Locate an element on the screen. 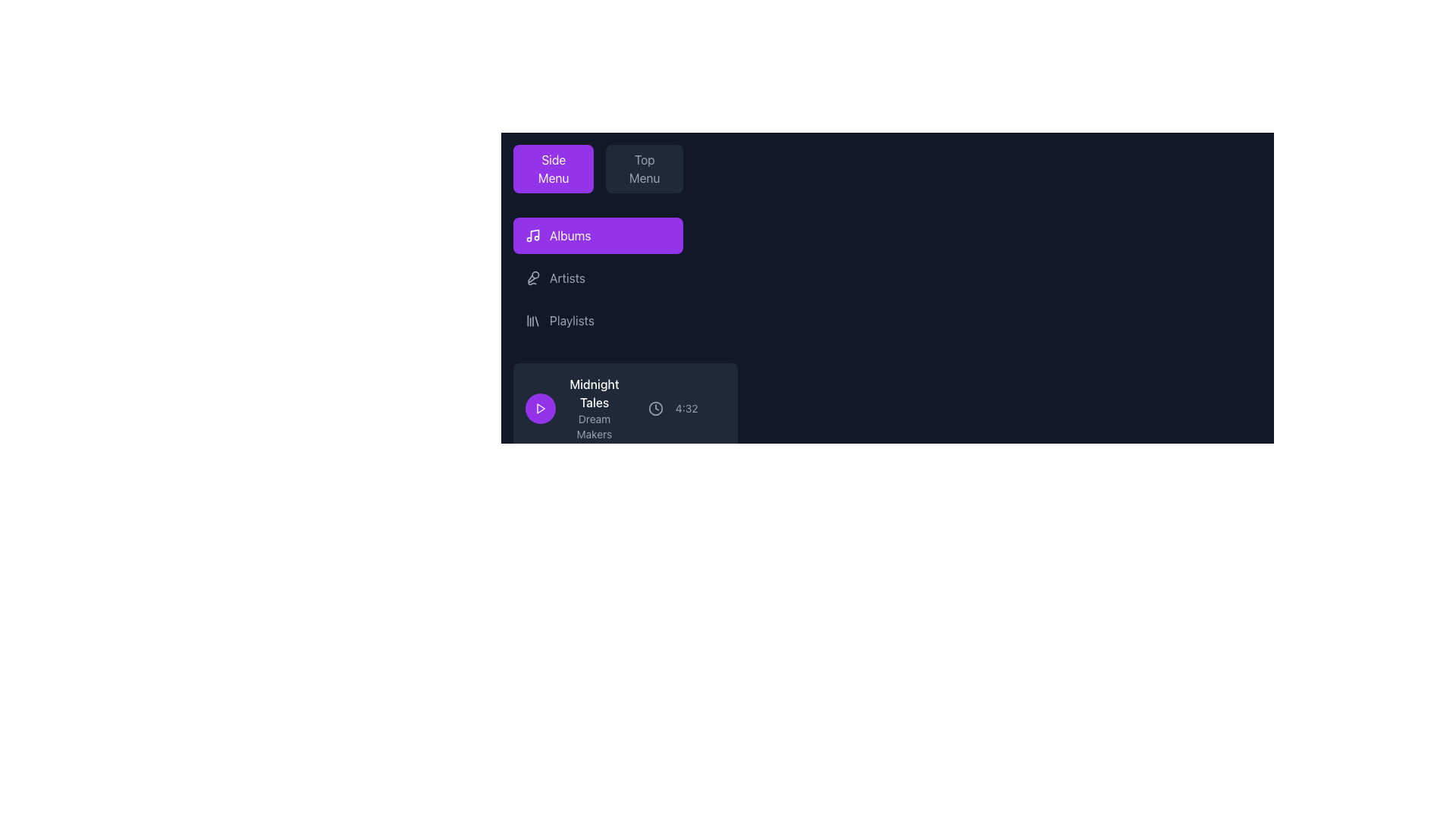 This screenshot has height=819, width=1456. the playback control button with an SVG icon located in the bottom right corner of the card titled 'Midnight Tales' is located at coordinates (541, 408).